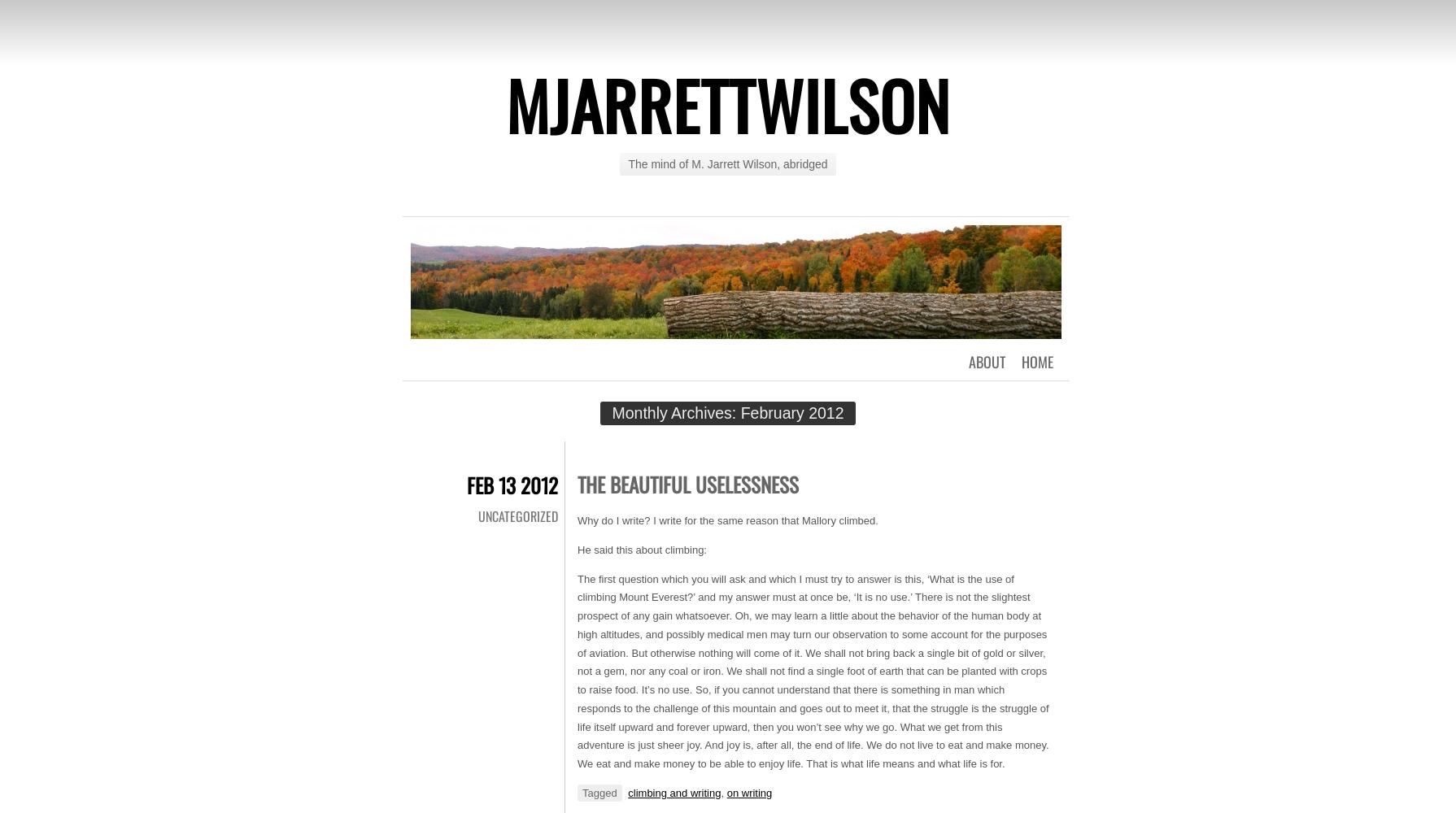 The width and height of the screenshot is (1456, 813). What do you see at coordinates (687, 483) in the screenshot?
I see `'The Beautiful Uselessness'` at bounding box center [687, 483].